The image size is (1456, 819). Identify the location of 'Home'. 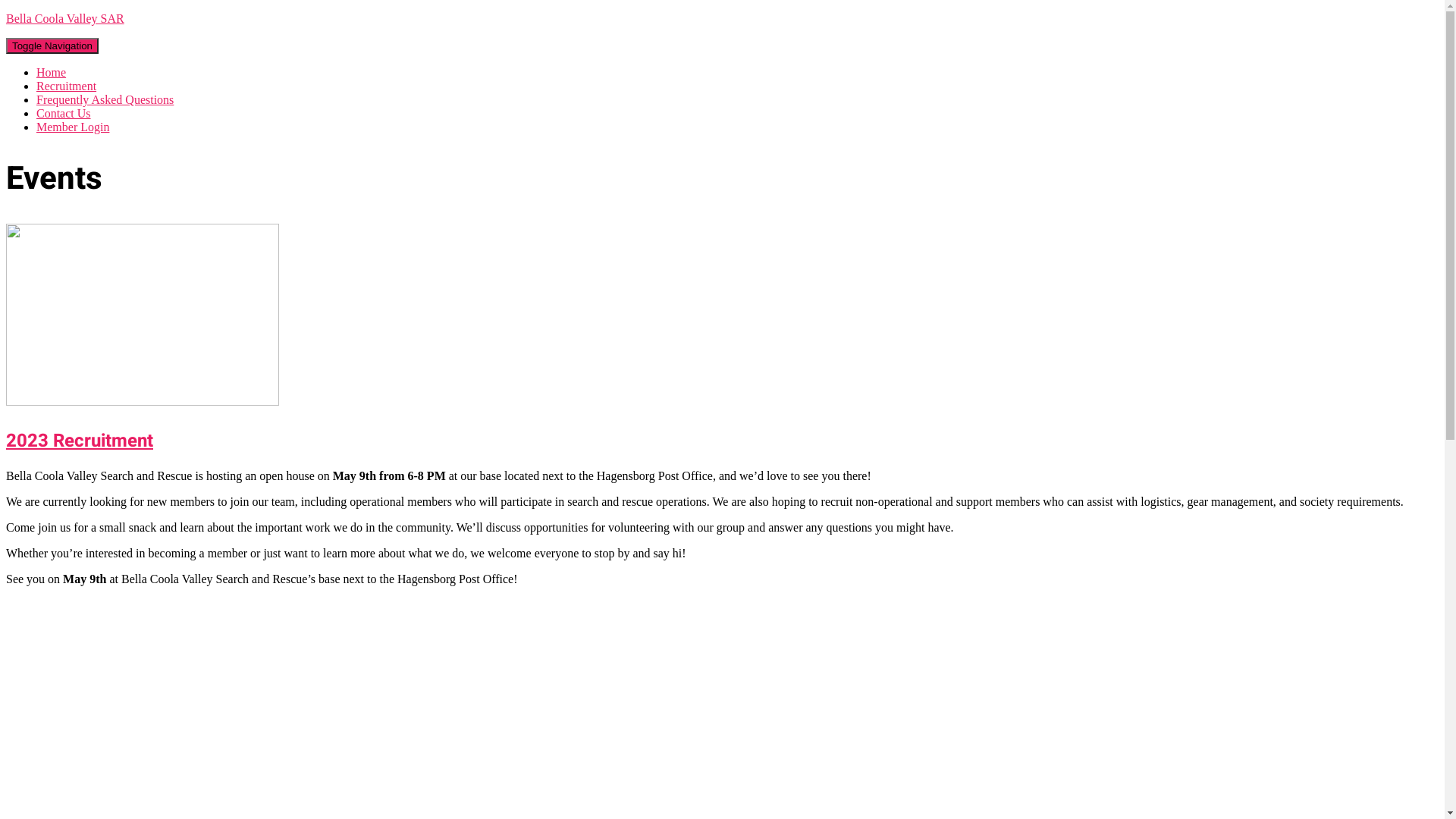
(51, 72).